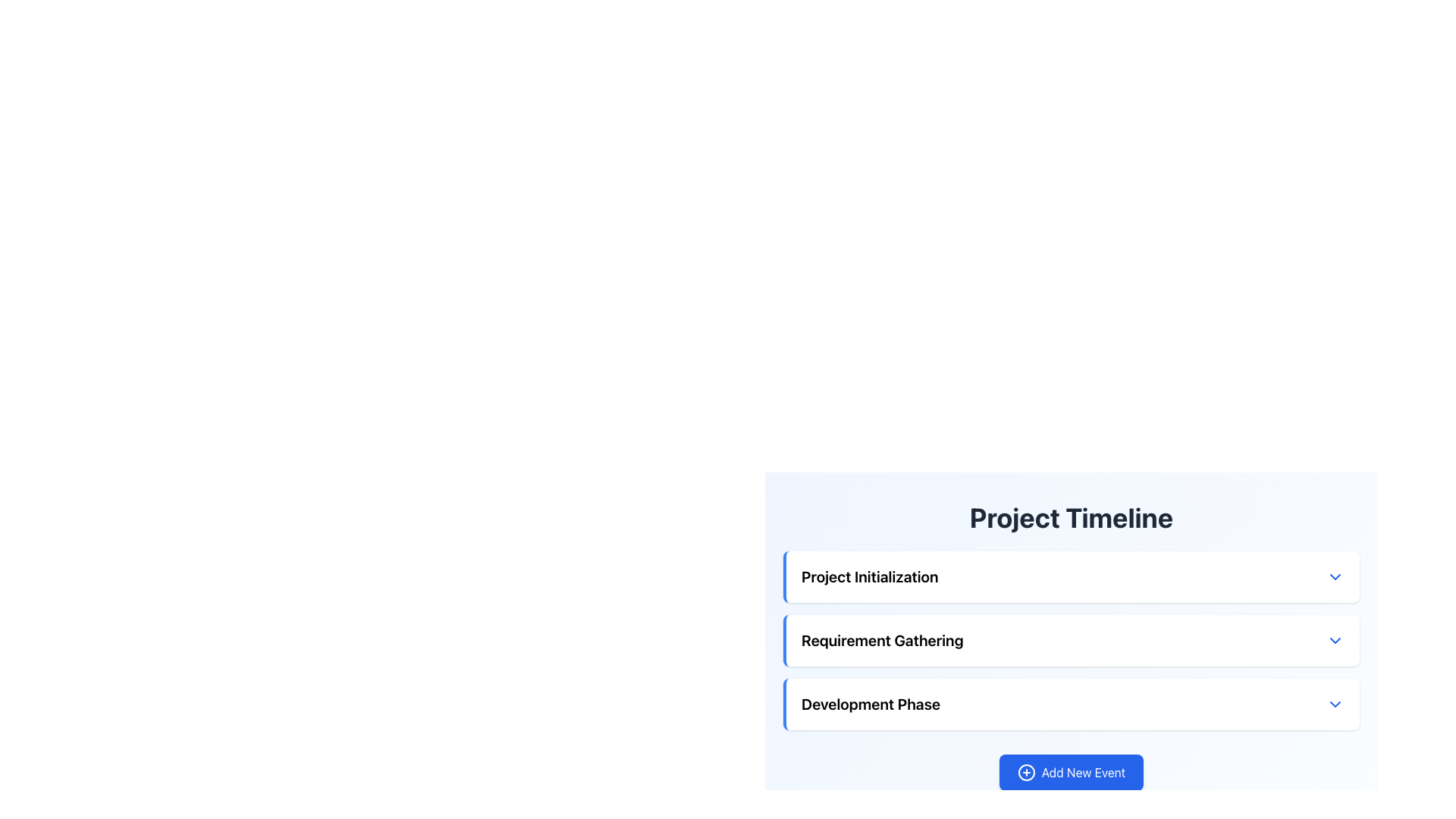  I want to click on the dropdown toggle button located at the top-right corner of the 'Project Initialization' section header, so click(1335, 576).